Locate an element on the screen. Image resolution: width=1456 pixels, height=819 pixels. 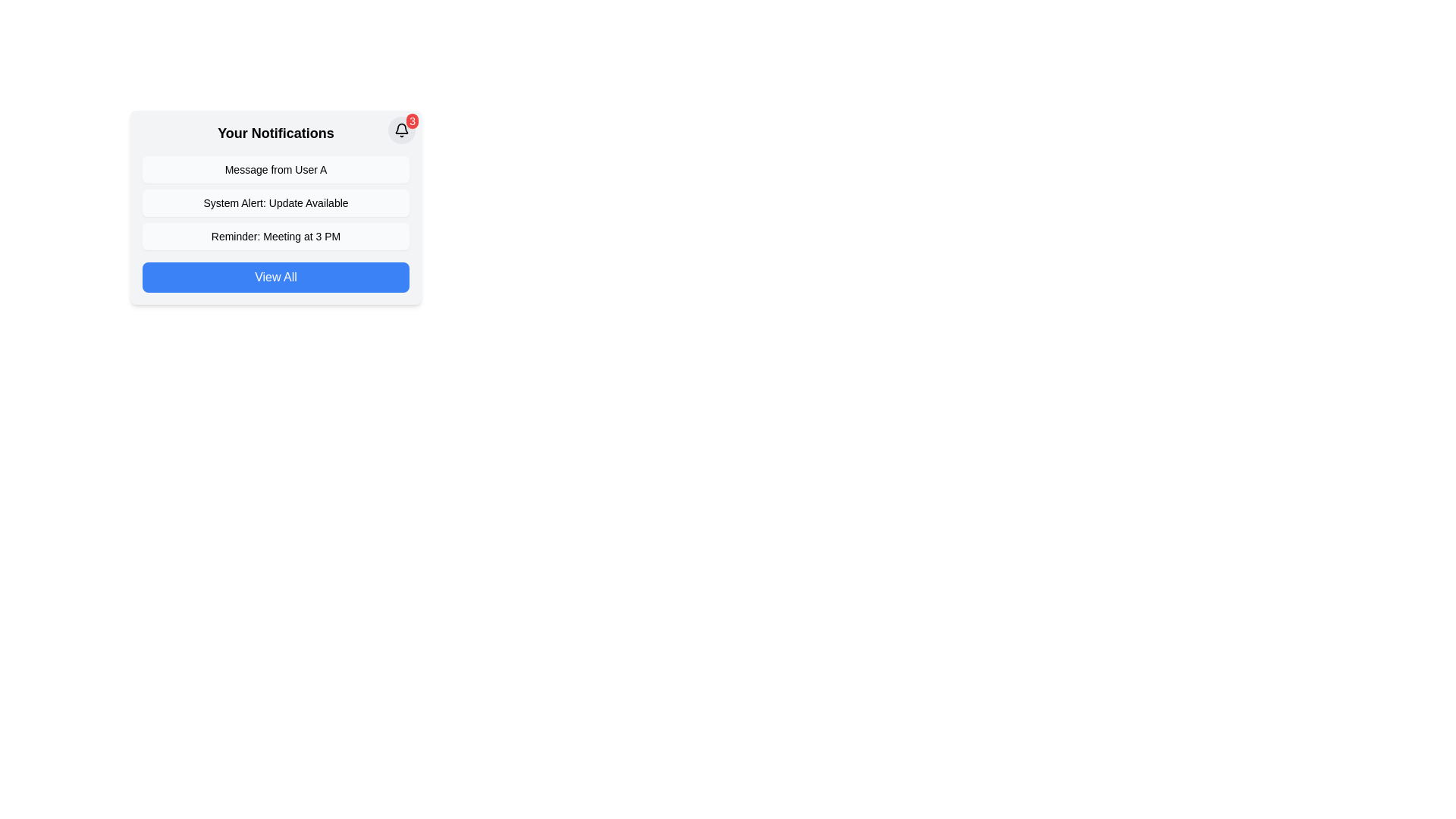
the notification badge icon displaying '3' to view notifications is located at coordinates (401, 130).